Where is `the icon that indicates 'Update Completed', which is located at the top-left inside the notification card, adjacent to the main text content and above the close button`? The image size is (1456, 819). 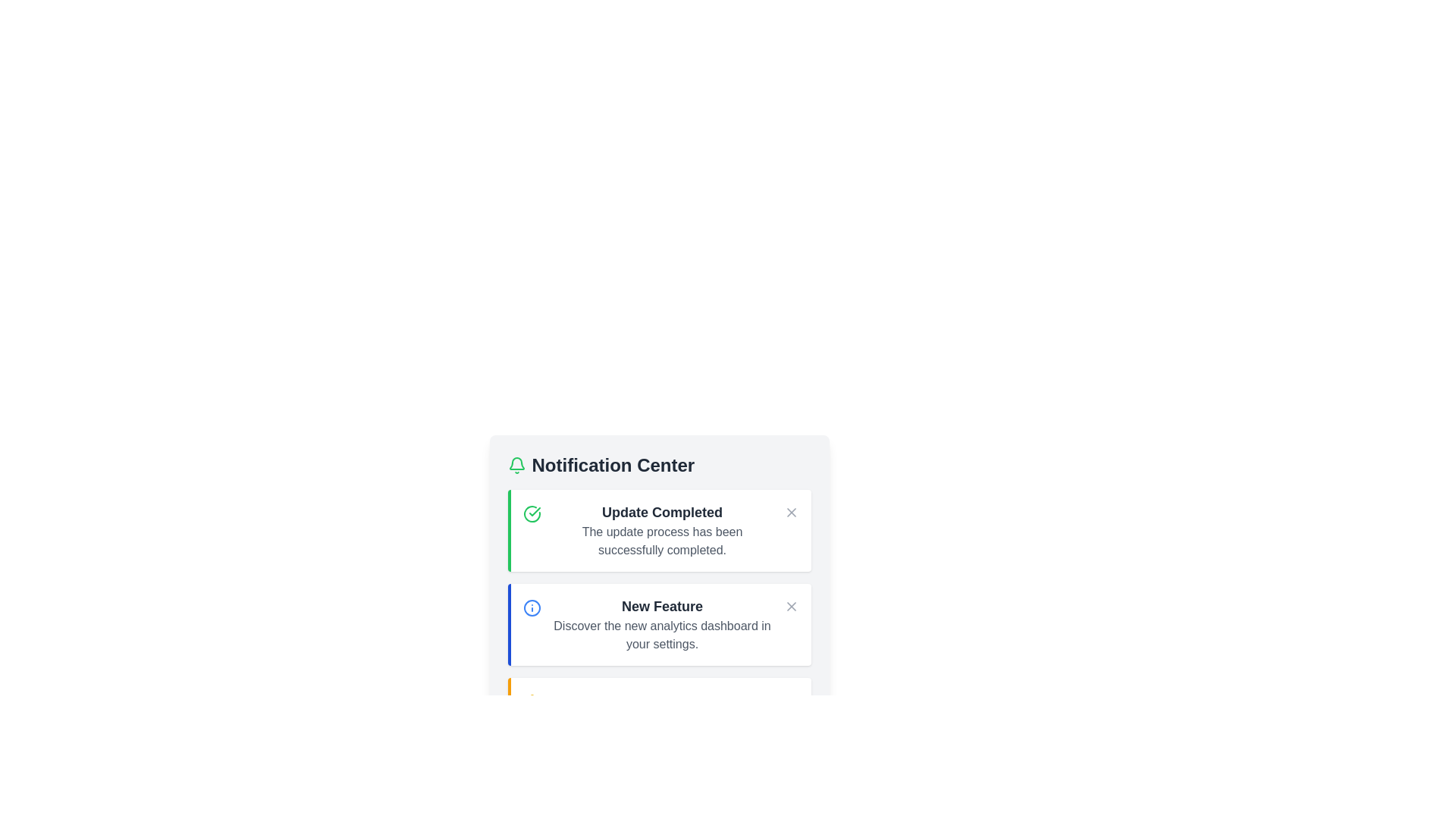
the icon that indicates 'Update Completed', which is located at the top-left inside the notification card, adjacent to the main text content and above the close button is located at coordinates (532, 513).